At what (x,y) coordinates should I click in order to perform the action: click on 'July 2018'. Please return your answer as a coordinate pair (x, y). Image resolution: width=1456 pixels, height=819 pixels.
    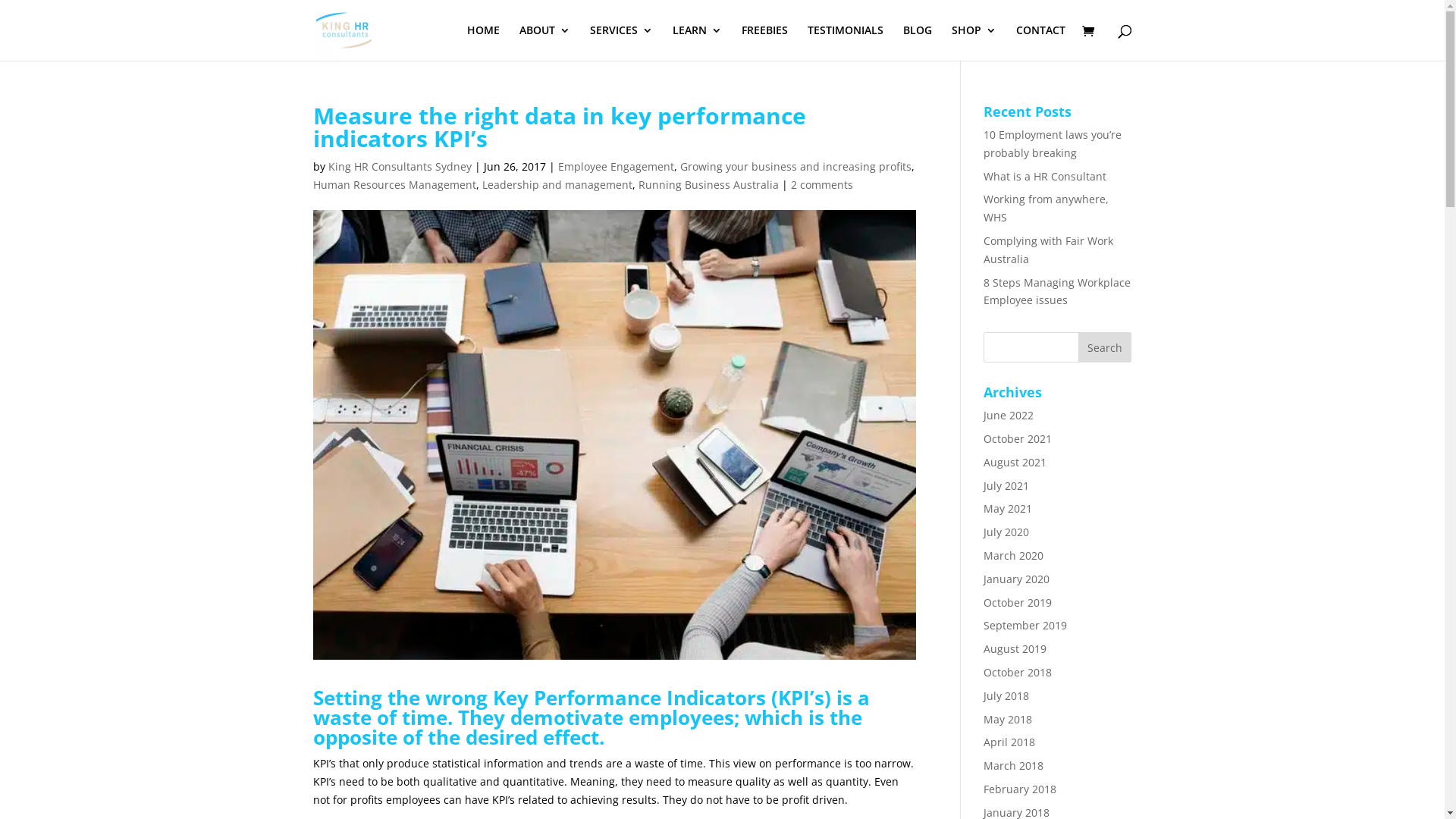
    Looking at the image, I should click on (1006, 695).